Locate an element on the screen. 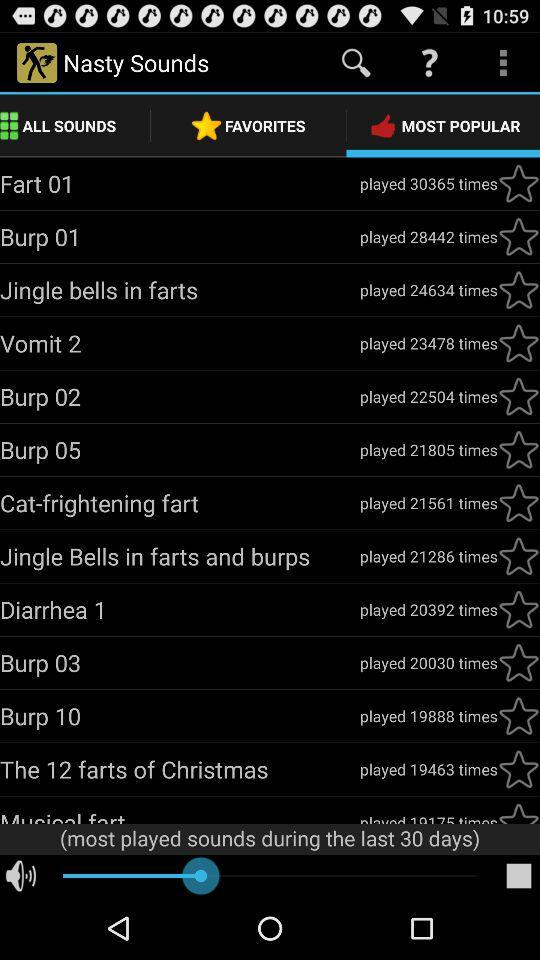 This screenshot has width=540, height=960. favorites option is located at coordinates (518, 343).